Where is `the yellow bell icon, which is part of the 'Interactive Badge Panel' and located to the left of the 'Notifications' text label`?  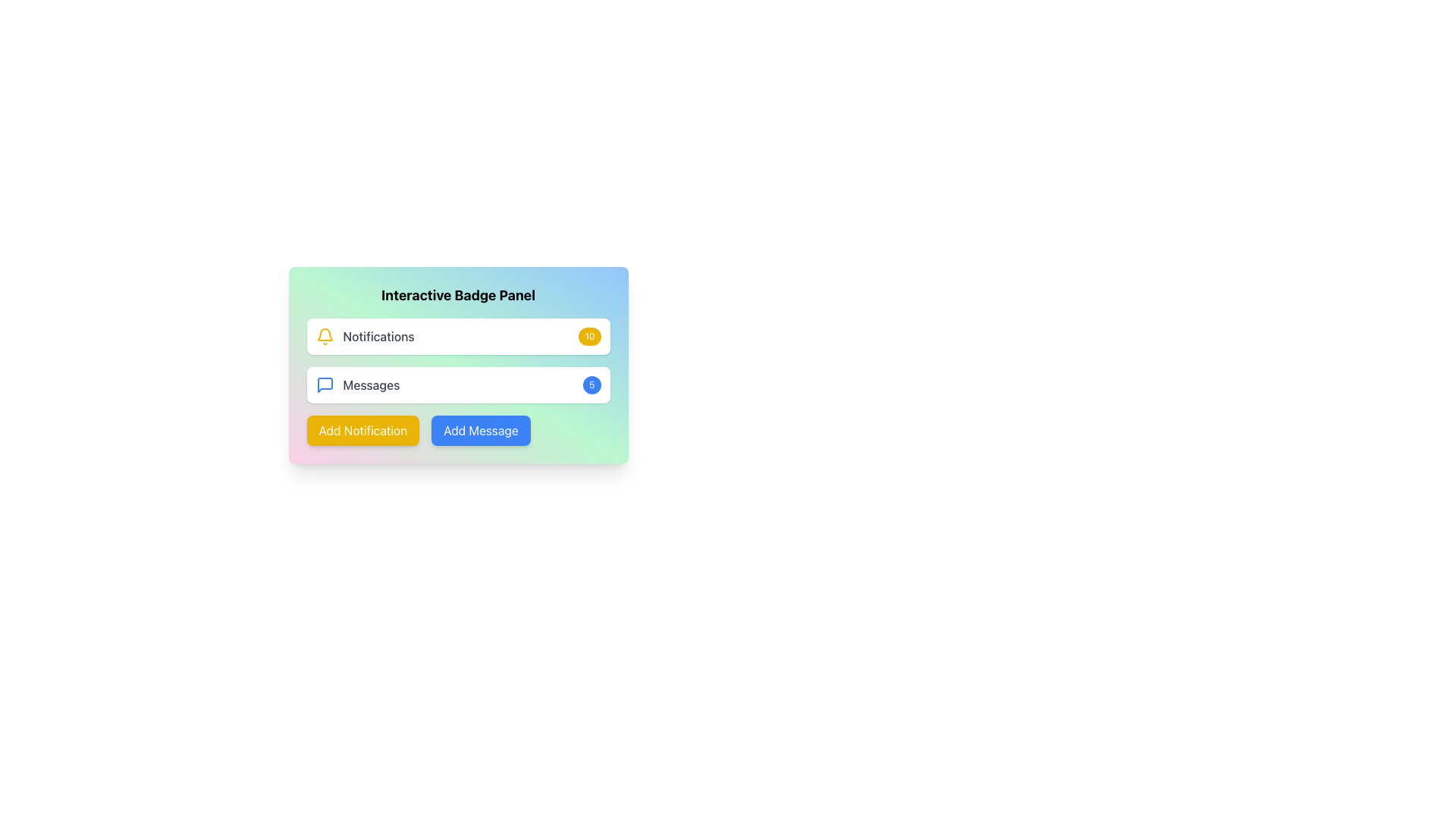
the yellow bell icon, which is part of the 'Interactive Badge Panel' and located to the left of the 'Notifications' text label is located at coordinates (324, 335).